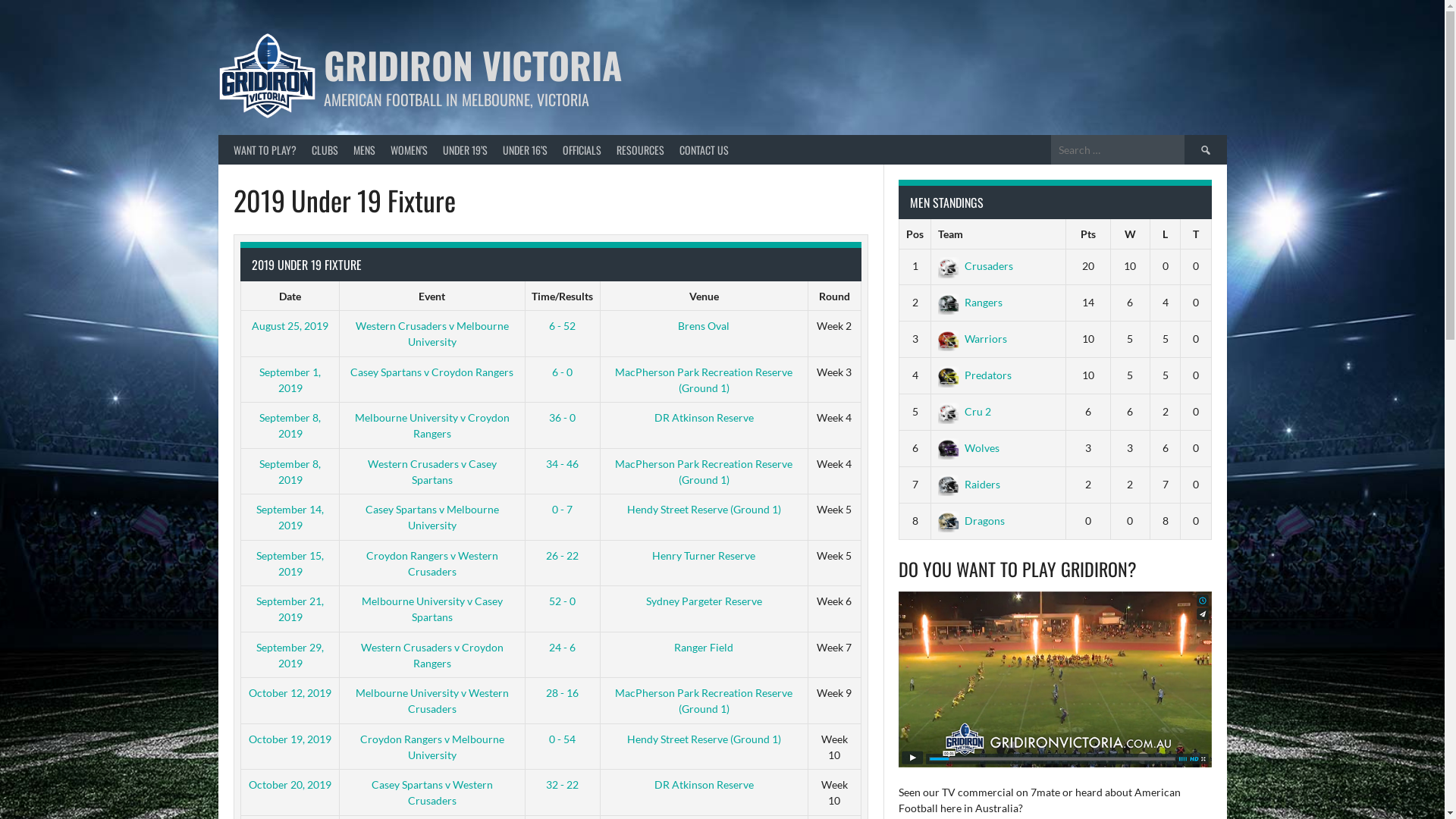  I want to click on 'DR Atkinson Reserve', so click(703, 417).